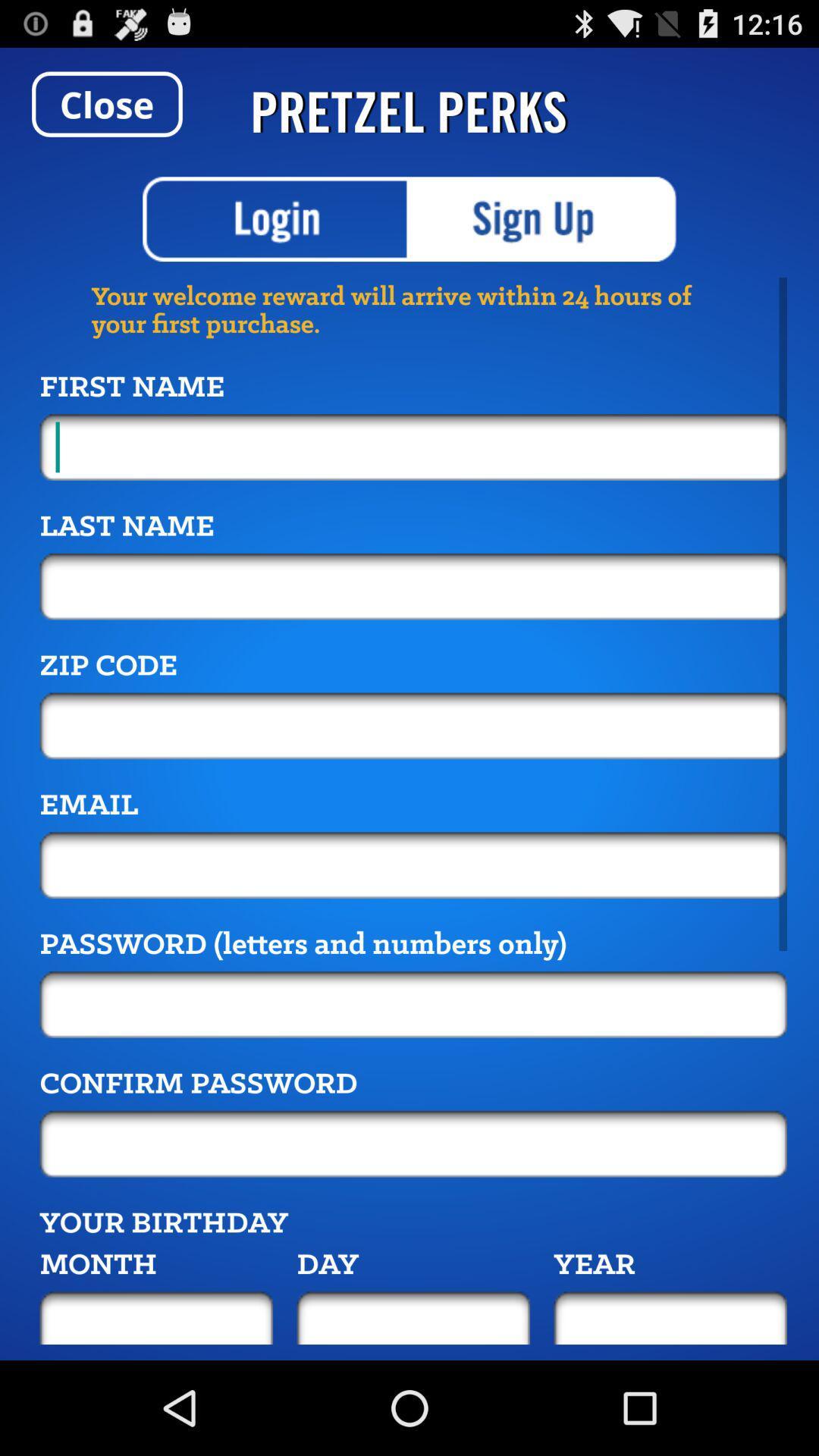 Image resolution: width=819 pixels, height=1456 pixels. Describe the element at coordinates (413, 1004) in the screenshot. I see `insert password` at that location.